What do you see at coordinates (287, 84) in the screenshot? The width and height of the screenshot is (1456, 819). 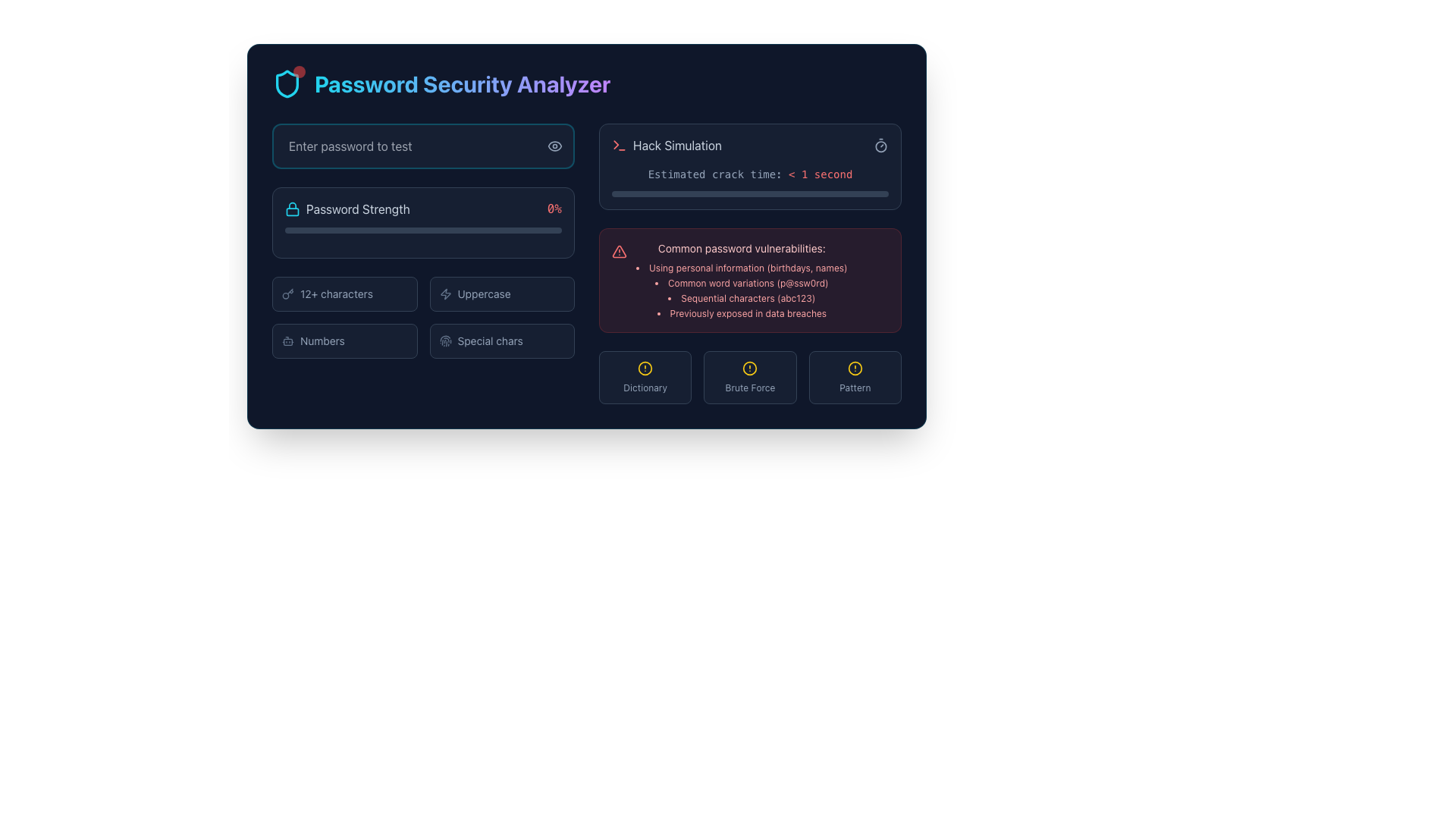 I see `the decorative security icon located in the top-left corner of the application, to the left of the 'Password Security Analyzer' title` at bounding box center [287, 84].